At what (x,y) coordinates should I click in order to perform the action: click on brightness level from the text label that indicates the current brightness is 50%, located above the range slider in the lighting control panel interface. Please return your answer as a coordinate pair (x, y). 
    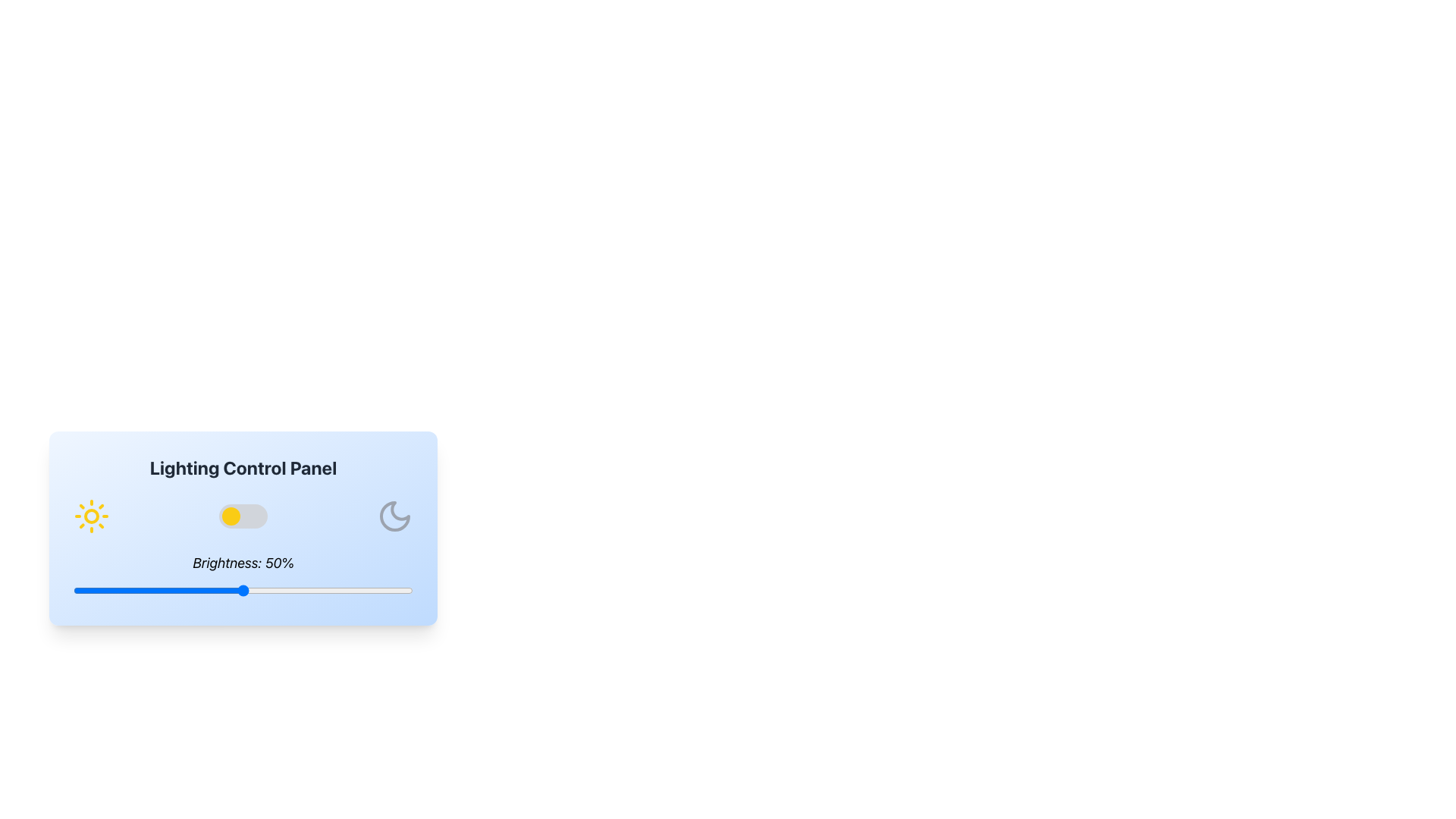
    Looking at the image, I should click on (243, 563).